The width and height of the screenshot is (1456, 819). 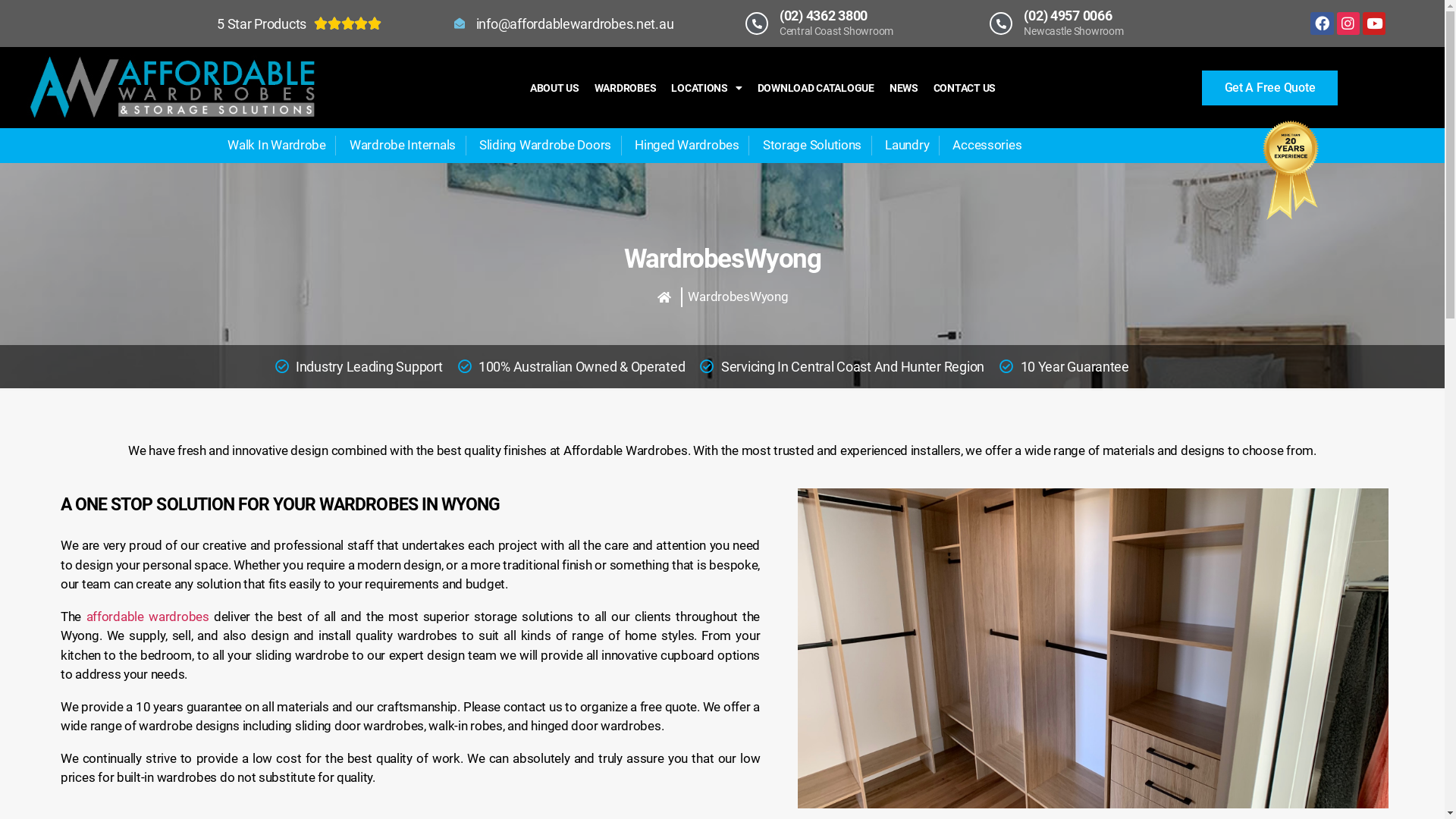 I want to click on 'info@affordablewardrobes.net.au', so click(x=563, y=24).